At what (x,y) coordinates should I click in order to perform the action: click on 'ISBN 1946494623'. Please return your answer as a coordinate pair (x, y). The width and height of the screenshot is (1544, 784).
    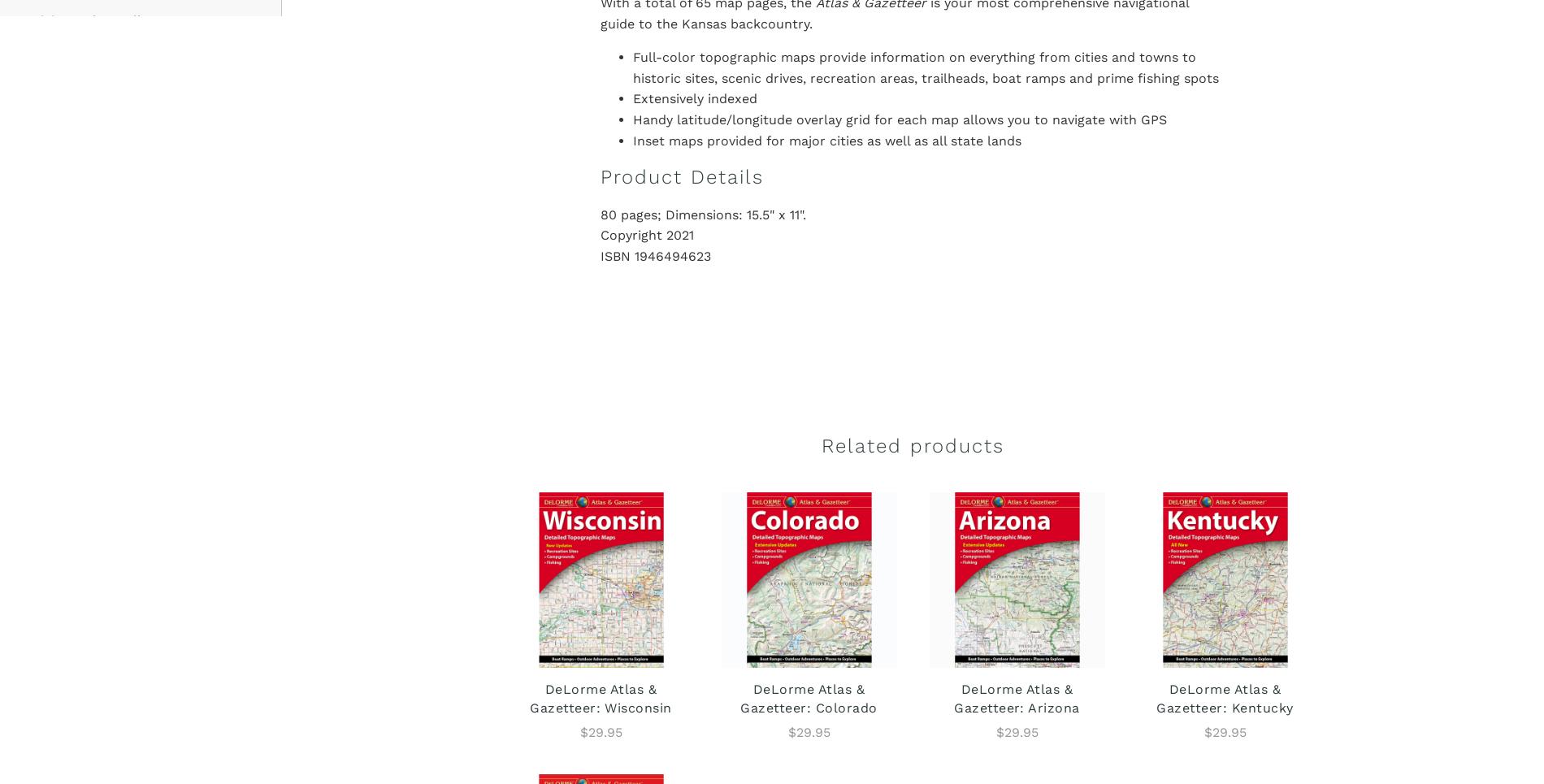
    Looking at the image, I should click on (653, 255).